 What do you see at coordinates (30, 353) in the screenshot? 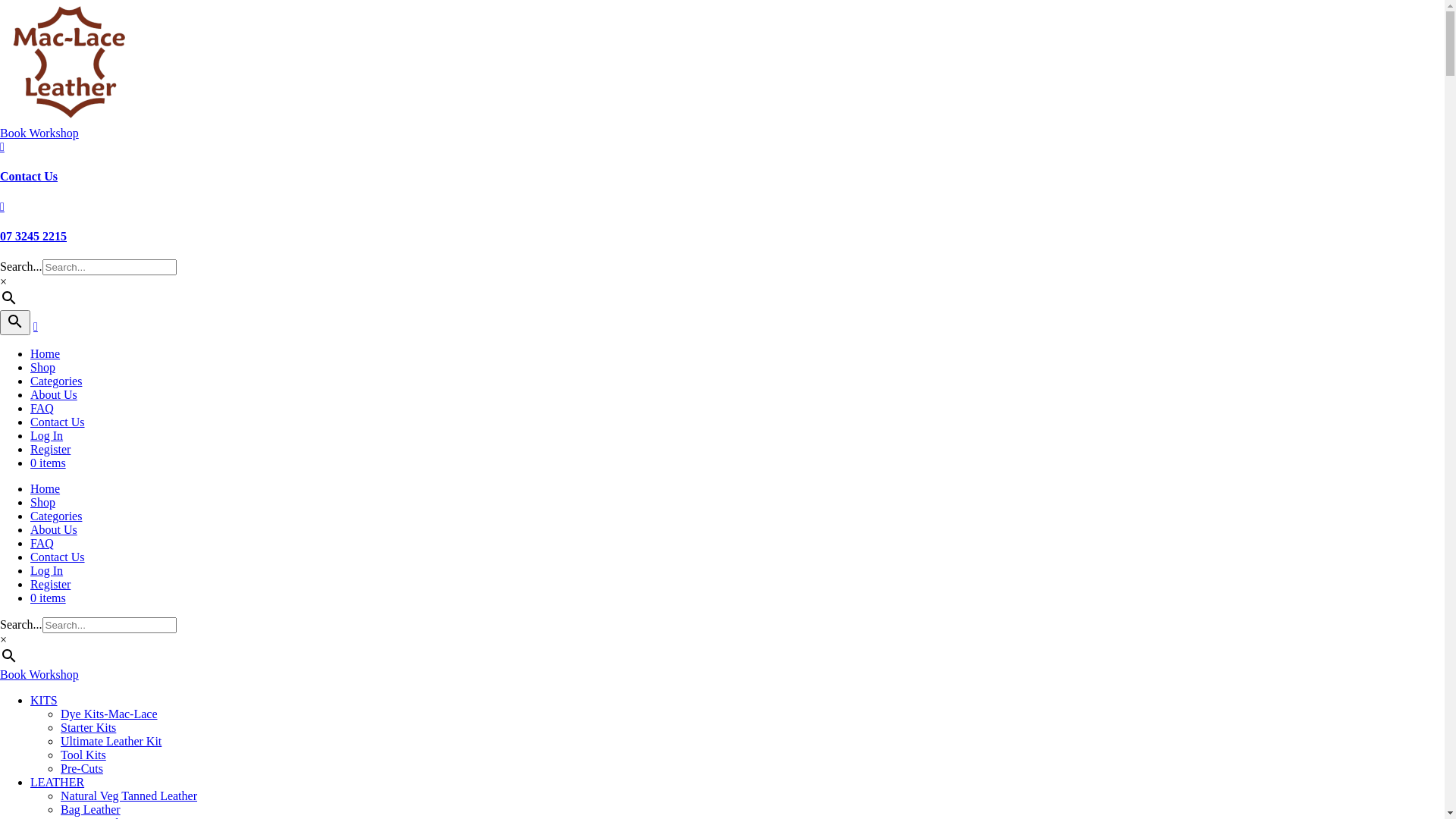
I see `'Home'` at bounding box center [30, 353].